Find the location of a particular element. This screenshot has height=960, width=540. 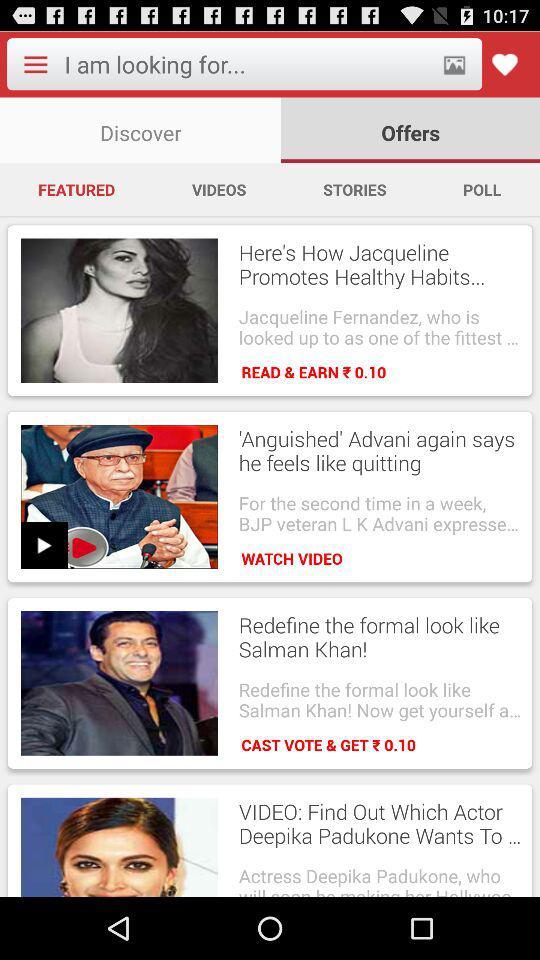

search what we want is located at coordinates (247, 64).